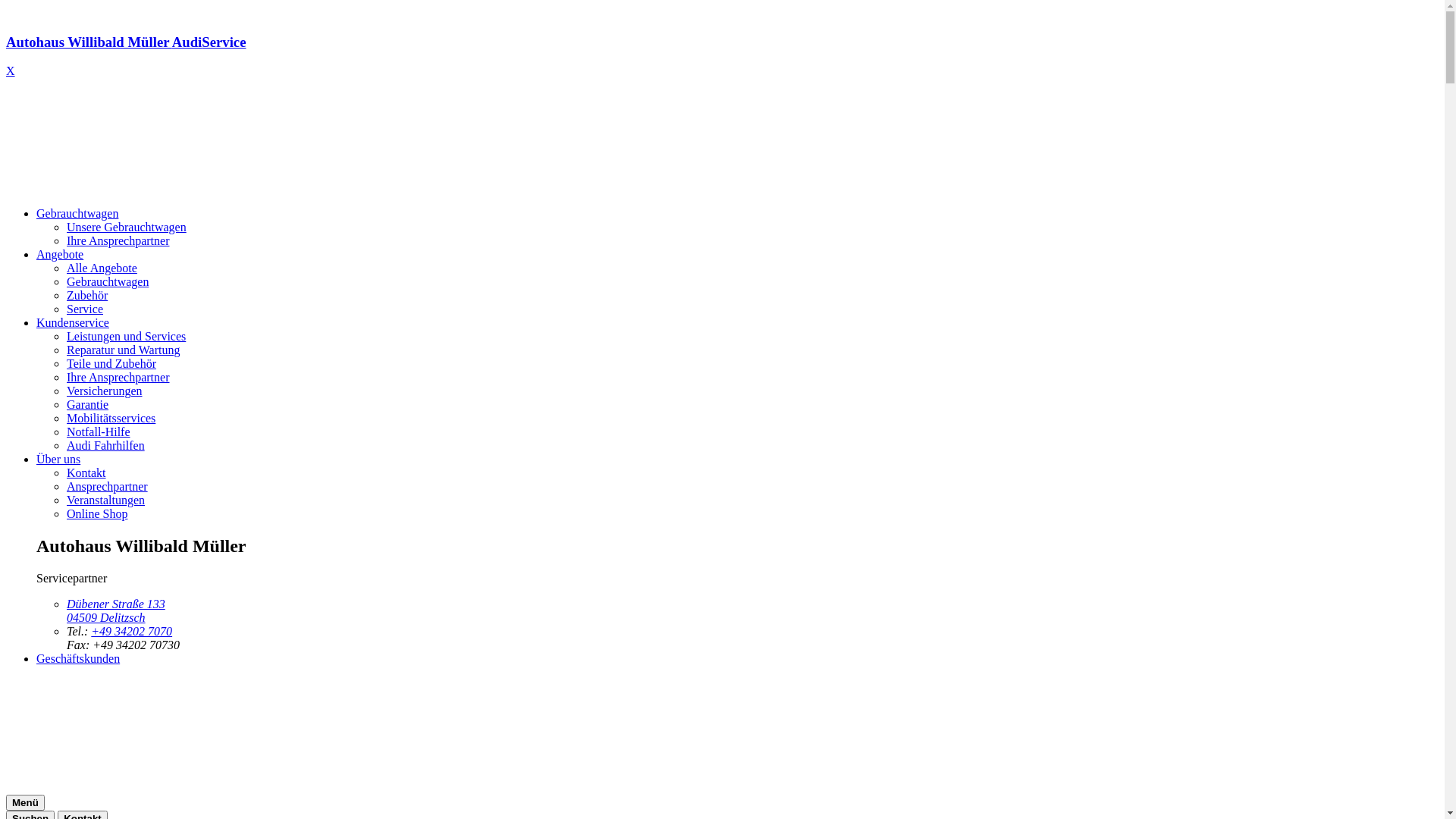 Image resolution: width=1456 pixels, height=819 pixels. Describe the element at coordinates (76, 213) in the screenshot. I see `'Gebrauchtwagen'` at that location.